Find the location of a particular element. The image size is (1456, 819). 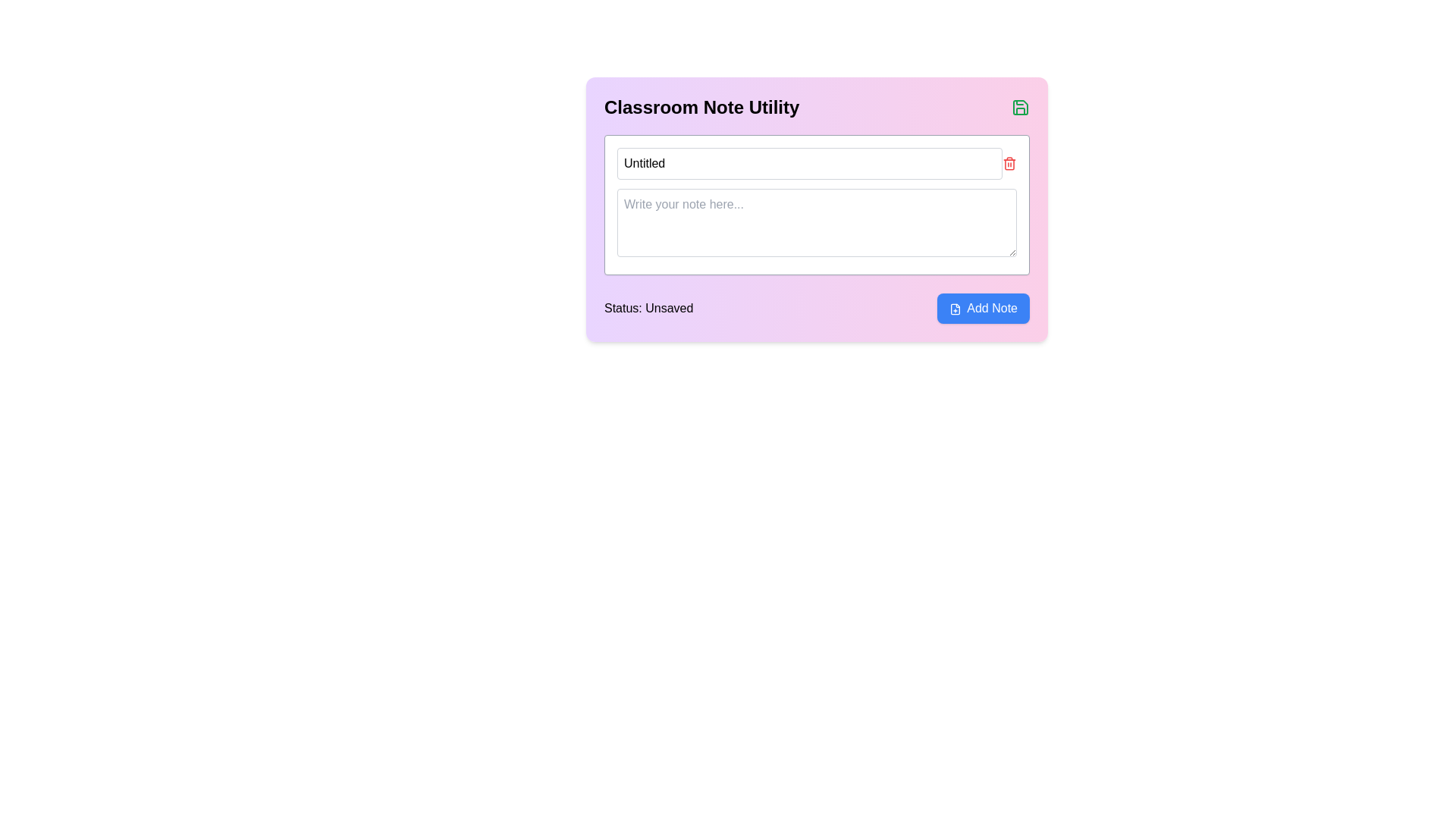

the green outlined document icon in the top-right corner of the header section of the 'Classroom Note Utility' is located at coordinates (1020, 107).